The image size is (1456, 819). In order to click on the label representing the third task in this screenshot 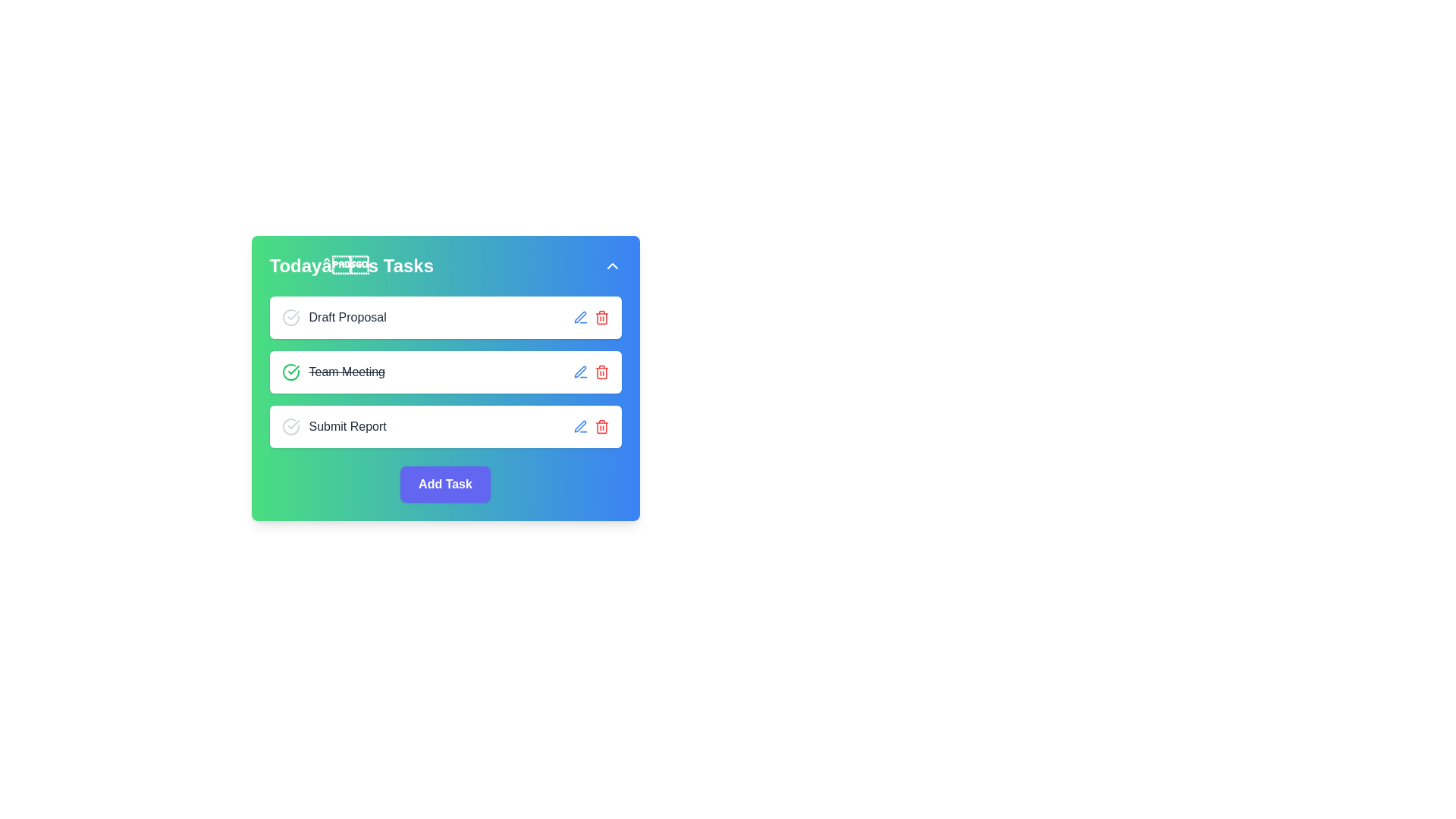, I will do `click(333, 427)`.